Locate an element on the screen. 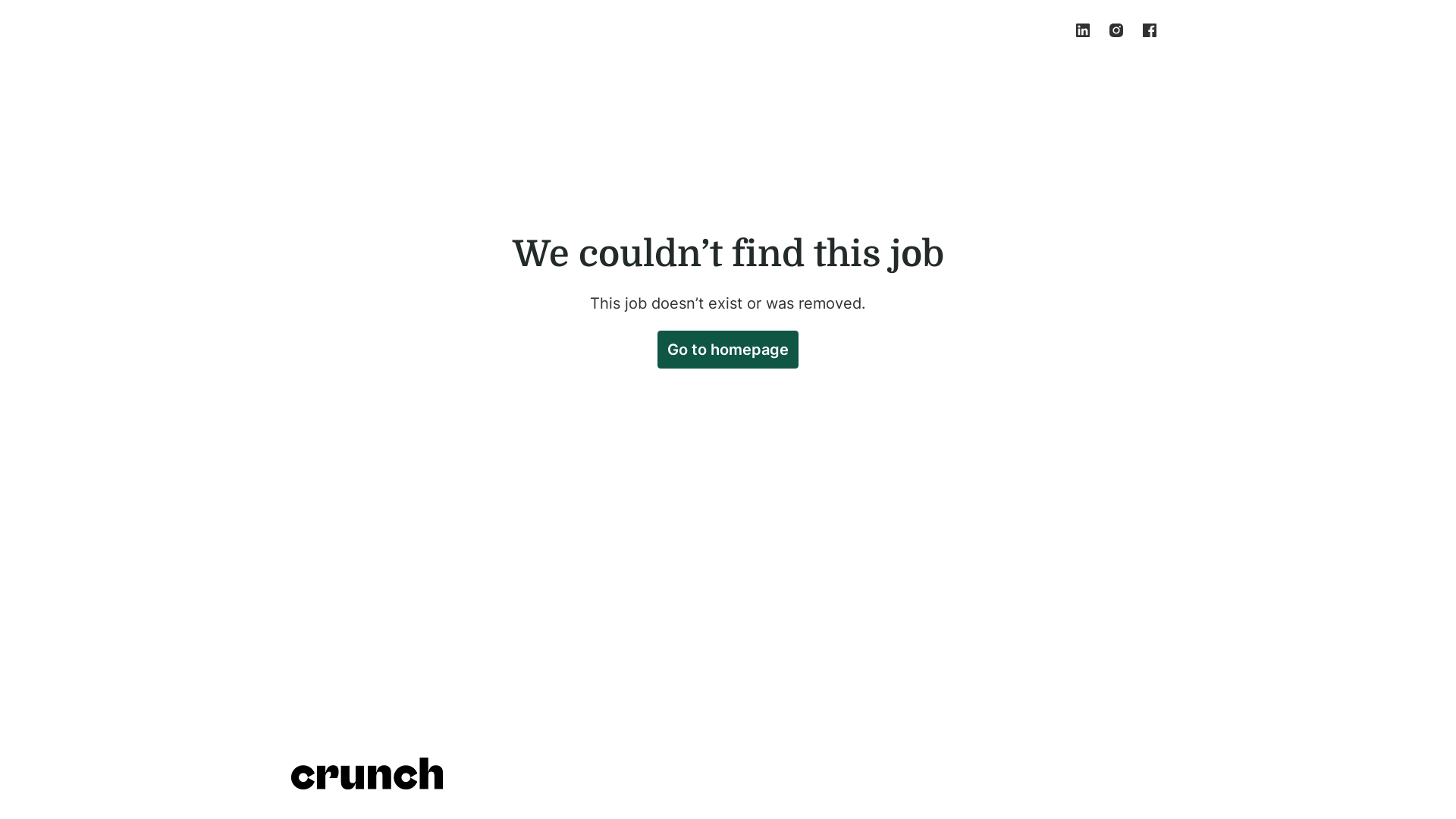 The height and width of the screenshot is (819, 1456). 'instagram' is located at coordinates (1116, 30).